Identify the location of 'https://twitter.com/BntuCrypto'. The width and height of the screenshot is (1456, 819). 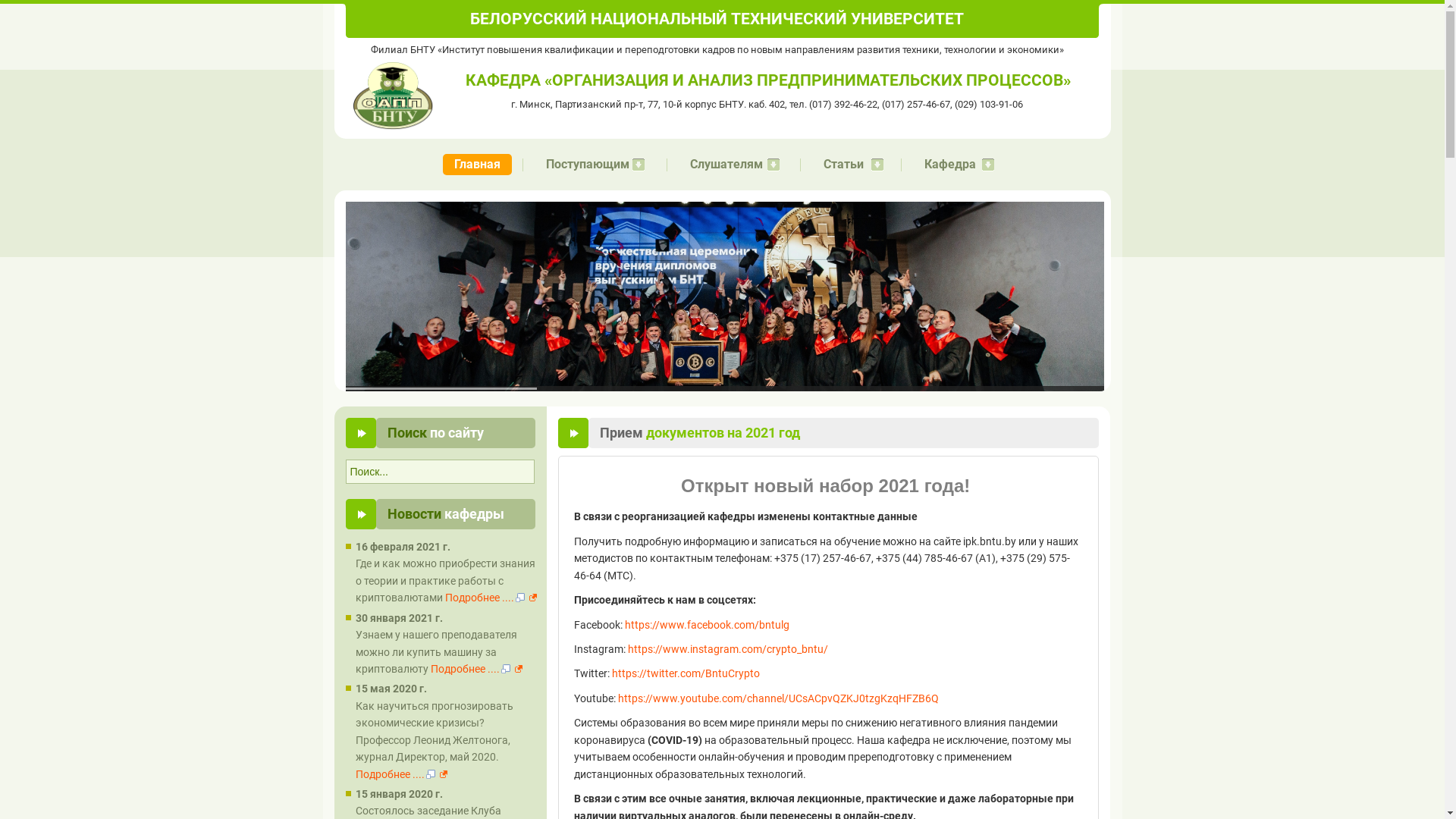
(684, 672).